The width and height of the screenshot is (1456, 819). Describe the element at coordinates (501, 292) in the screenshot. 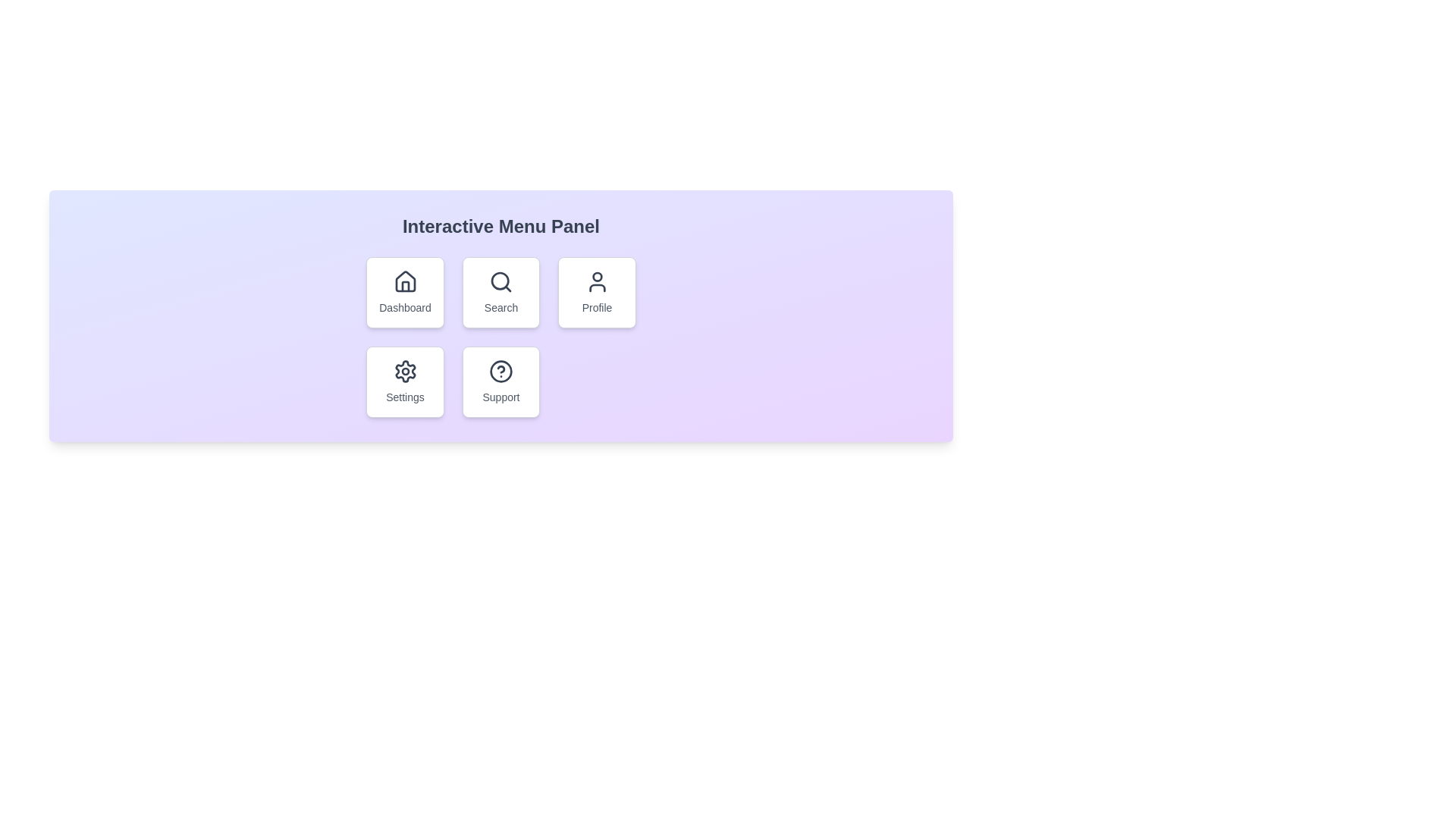

I see `the button located in the top row, middle position of the grid in the 'Interactive Menu Panel'` at that location.